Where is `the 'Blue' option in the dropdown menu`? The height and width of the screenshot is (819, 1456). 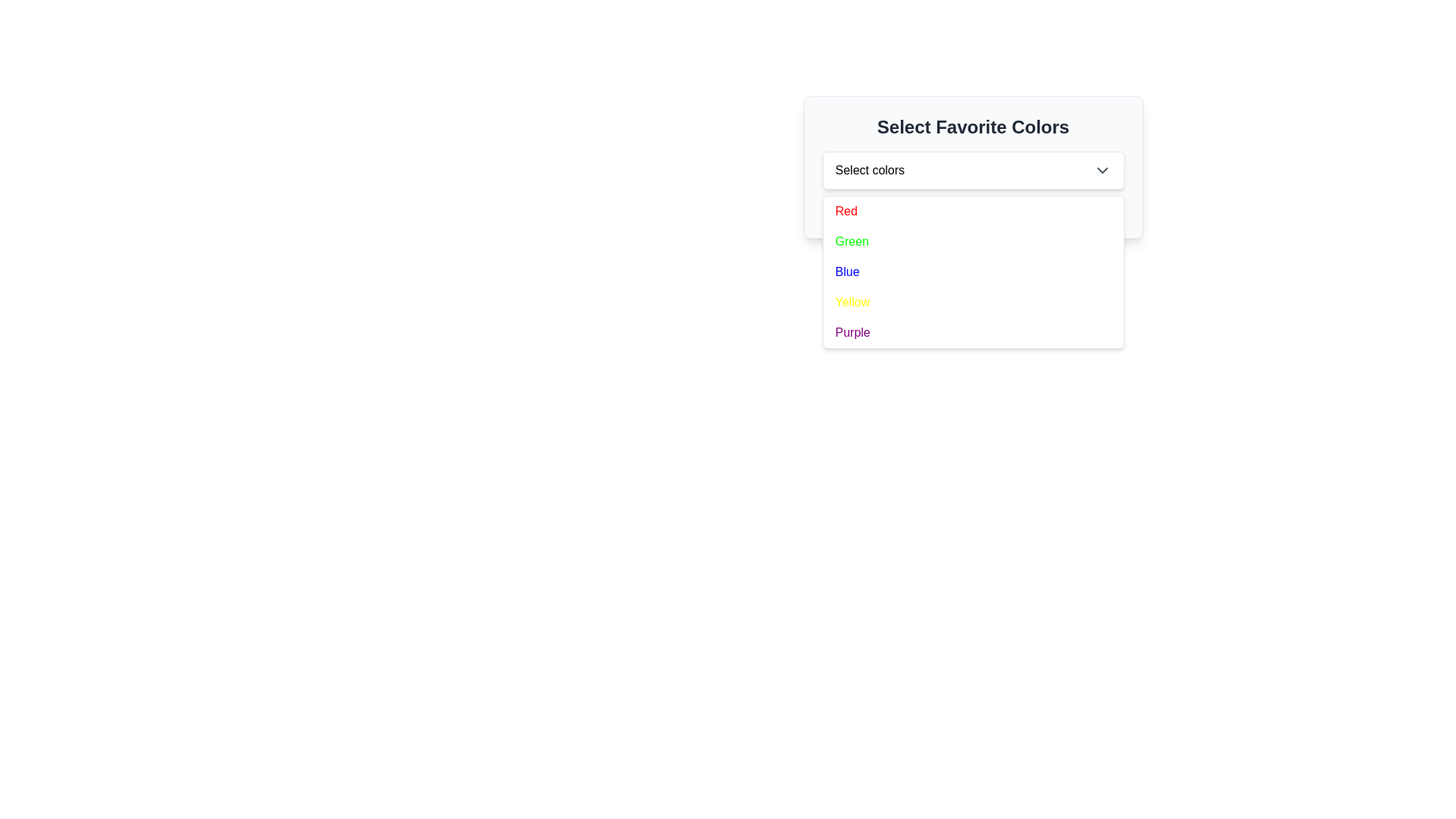 the 'Blue' option in the dropdown menu is located at coordinates (973, 271).